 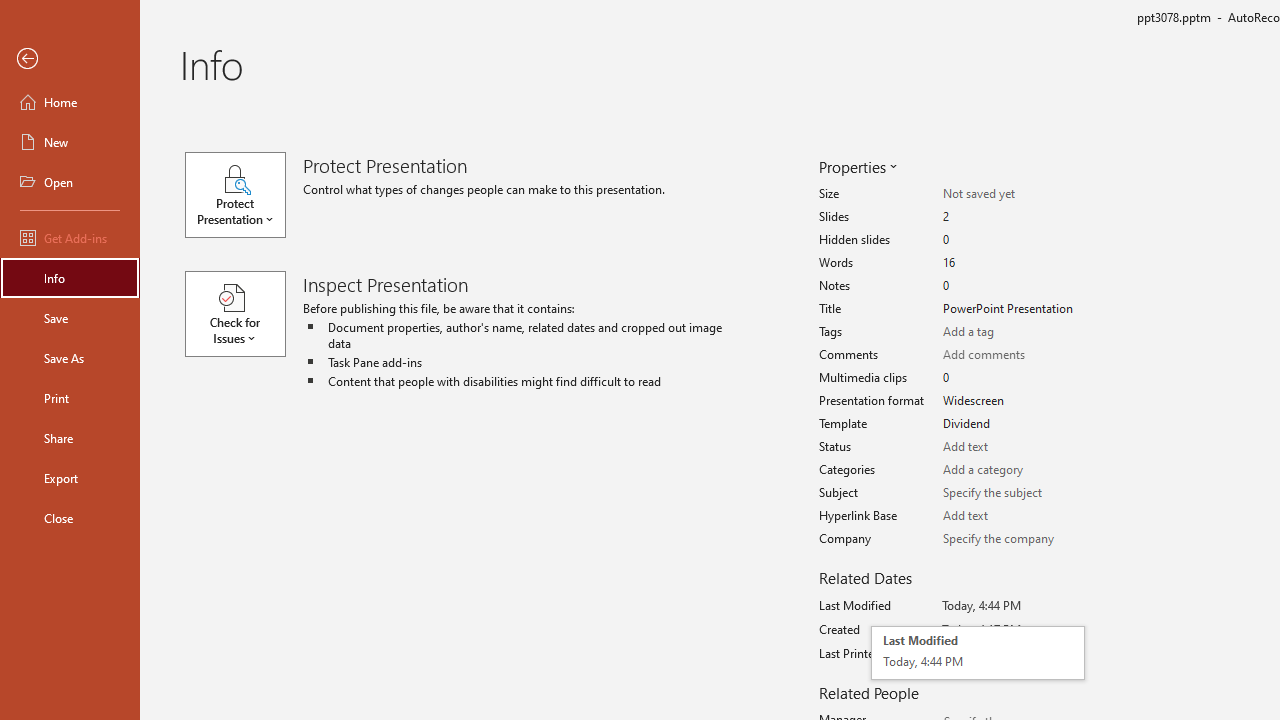 I want to click on 'Info', so click(x=69, y=277).